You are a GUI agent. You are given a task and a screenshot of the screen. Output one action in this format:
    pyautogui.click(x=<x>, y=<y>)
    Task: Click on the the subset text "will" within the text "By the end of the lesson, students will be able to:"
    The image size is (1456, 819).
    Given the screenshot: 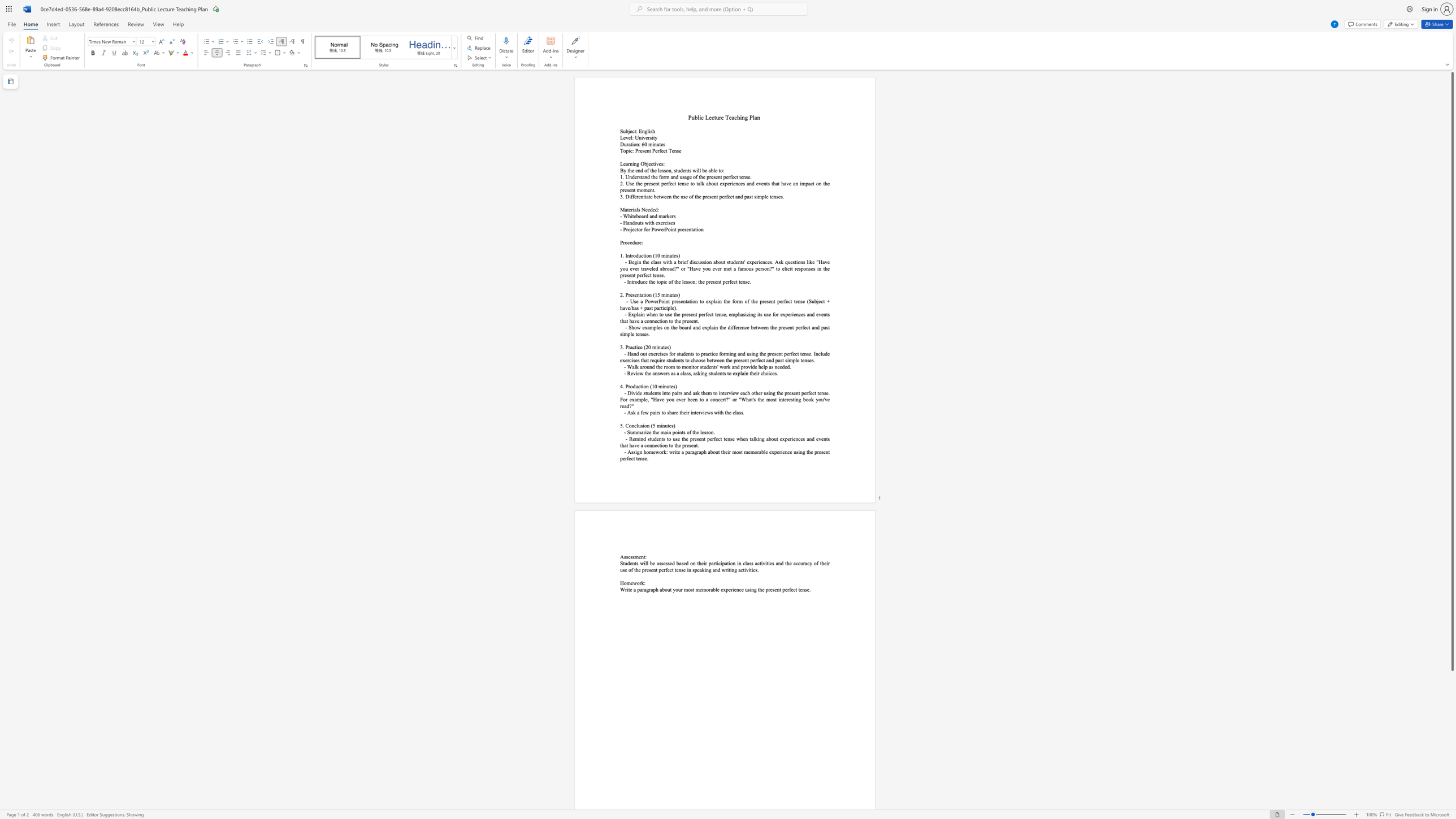 What is the action you would take?
    pyautogui.click(x=692, y=170)
    